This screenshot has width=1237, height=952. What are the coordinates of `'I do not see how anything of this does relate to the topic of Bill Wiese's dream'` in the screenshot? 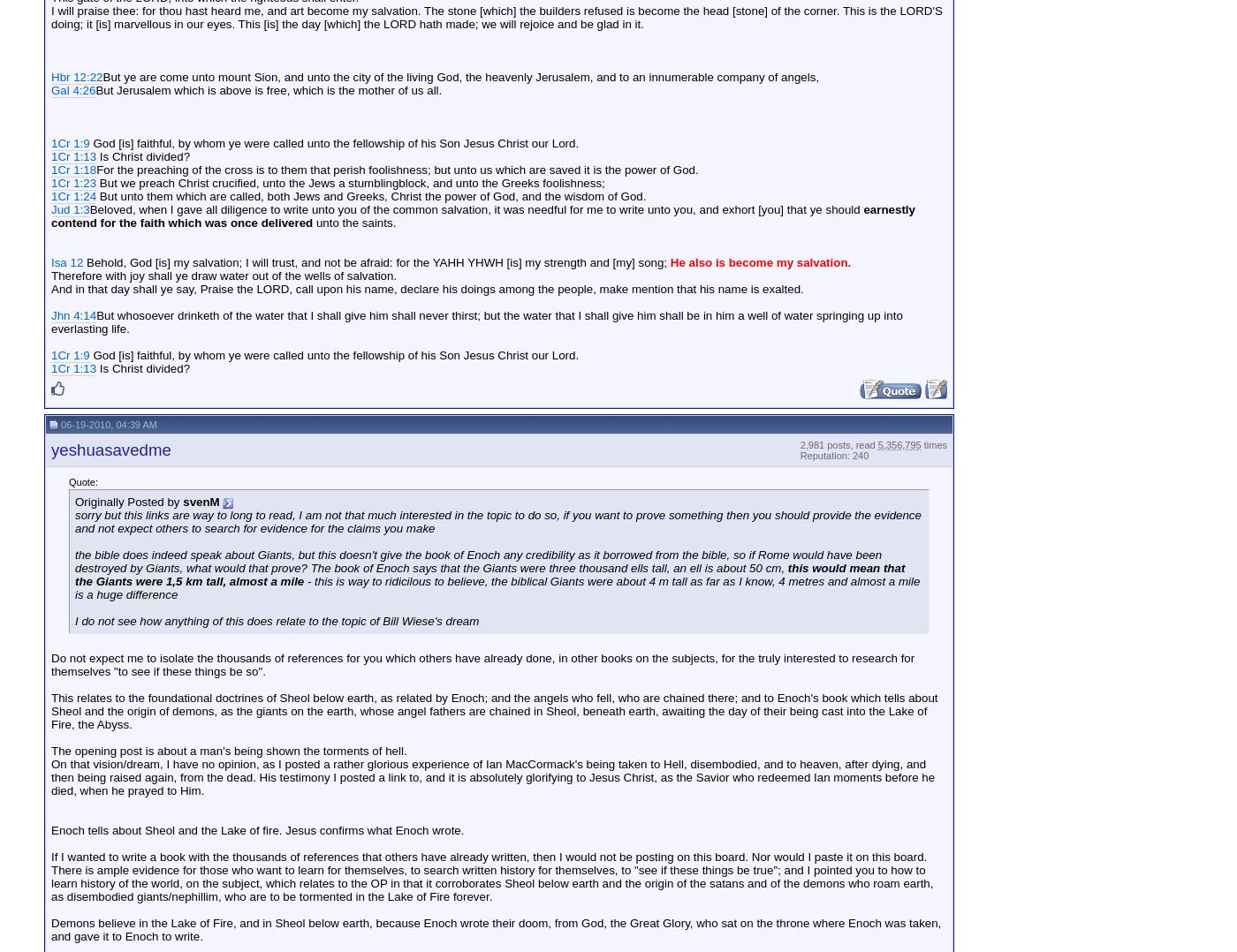 It's located at (277, 620).